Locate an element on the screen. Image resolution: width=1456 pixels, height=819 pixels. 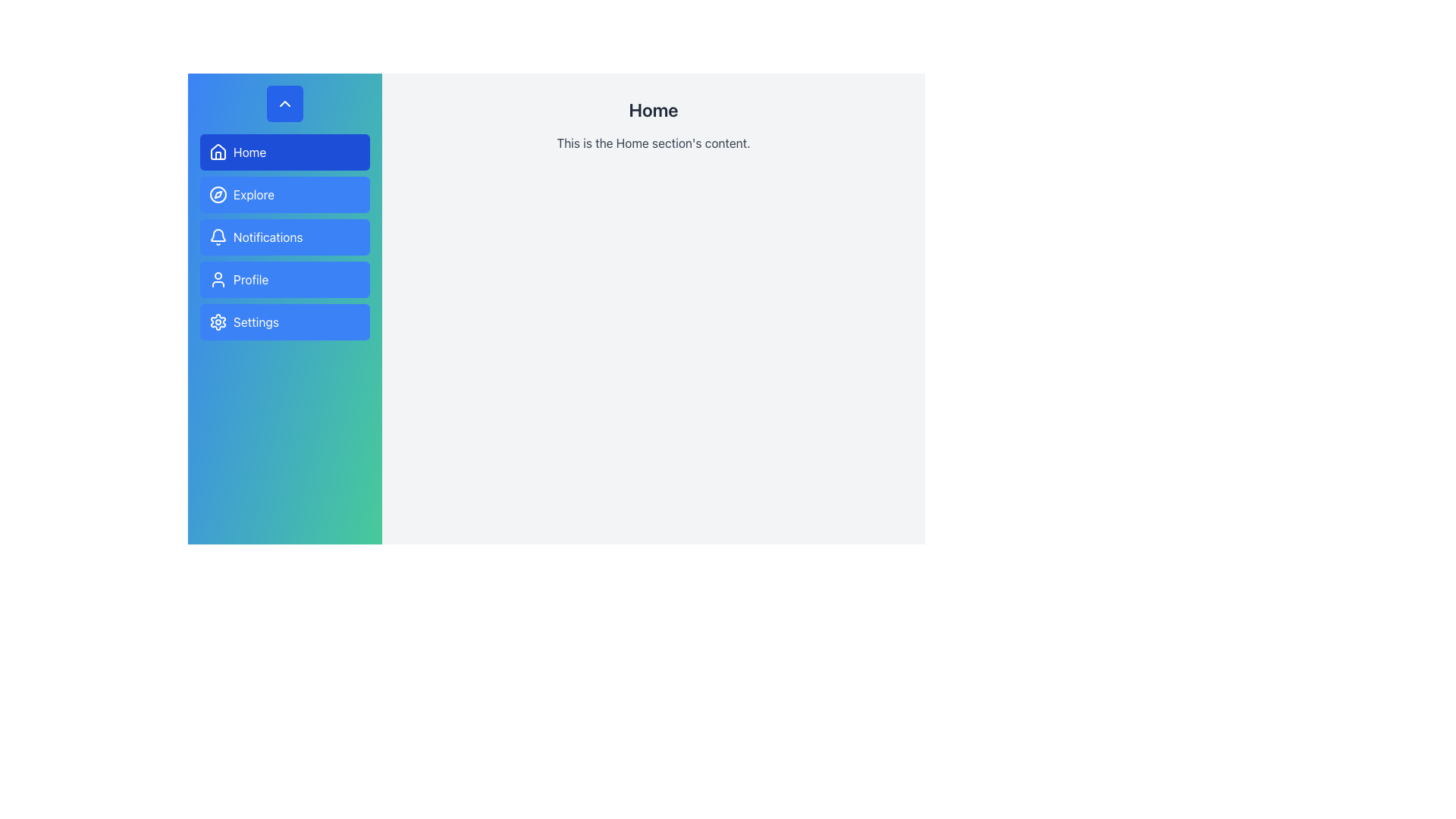
the blue circular button icon at the top of the interface is located at coordinates (284, 103).